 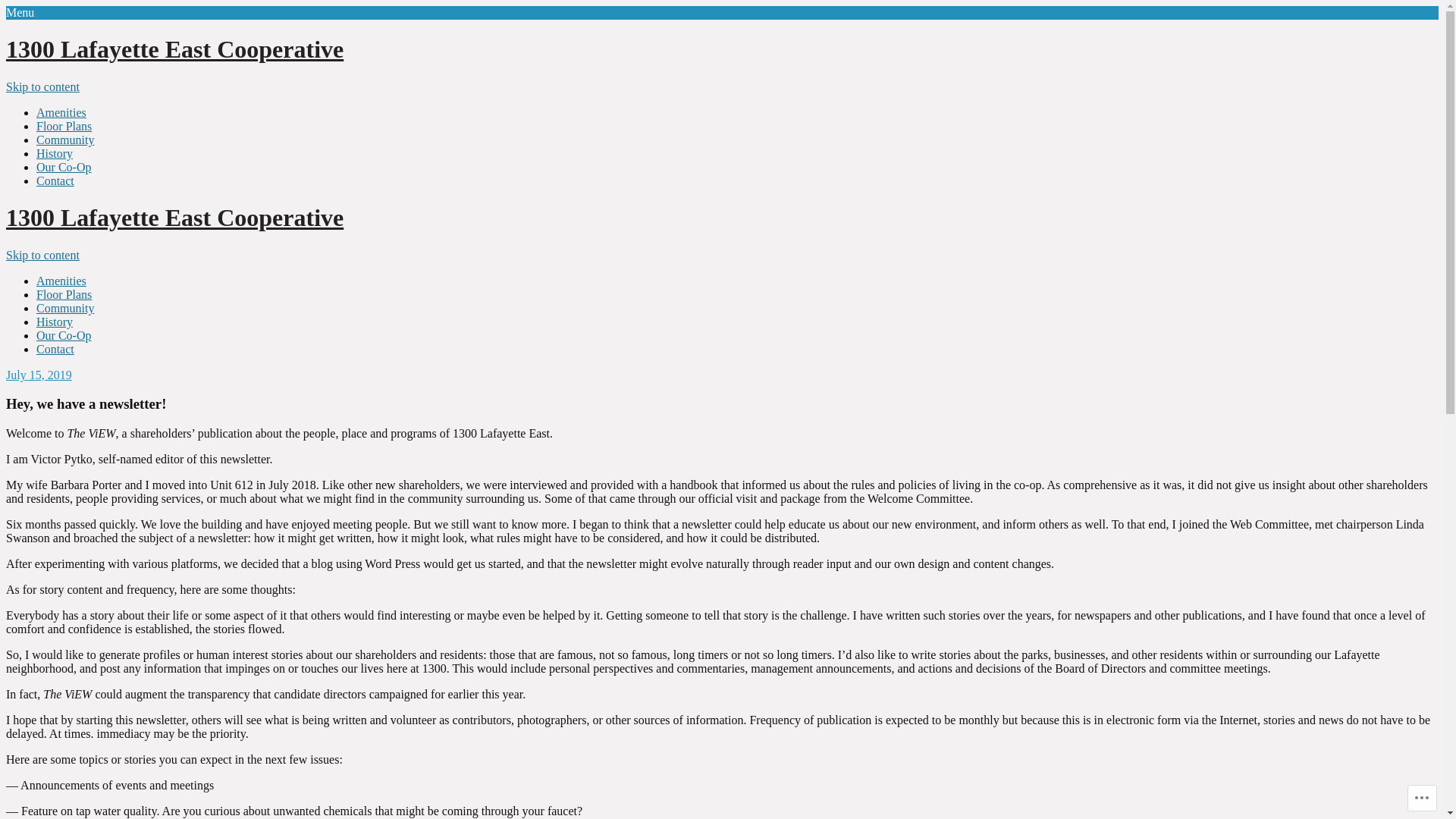 I want to click on '1300 Lafayette East Cooperative', so click(x=174, y=49).